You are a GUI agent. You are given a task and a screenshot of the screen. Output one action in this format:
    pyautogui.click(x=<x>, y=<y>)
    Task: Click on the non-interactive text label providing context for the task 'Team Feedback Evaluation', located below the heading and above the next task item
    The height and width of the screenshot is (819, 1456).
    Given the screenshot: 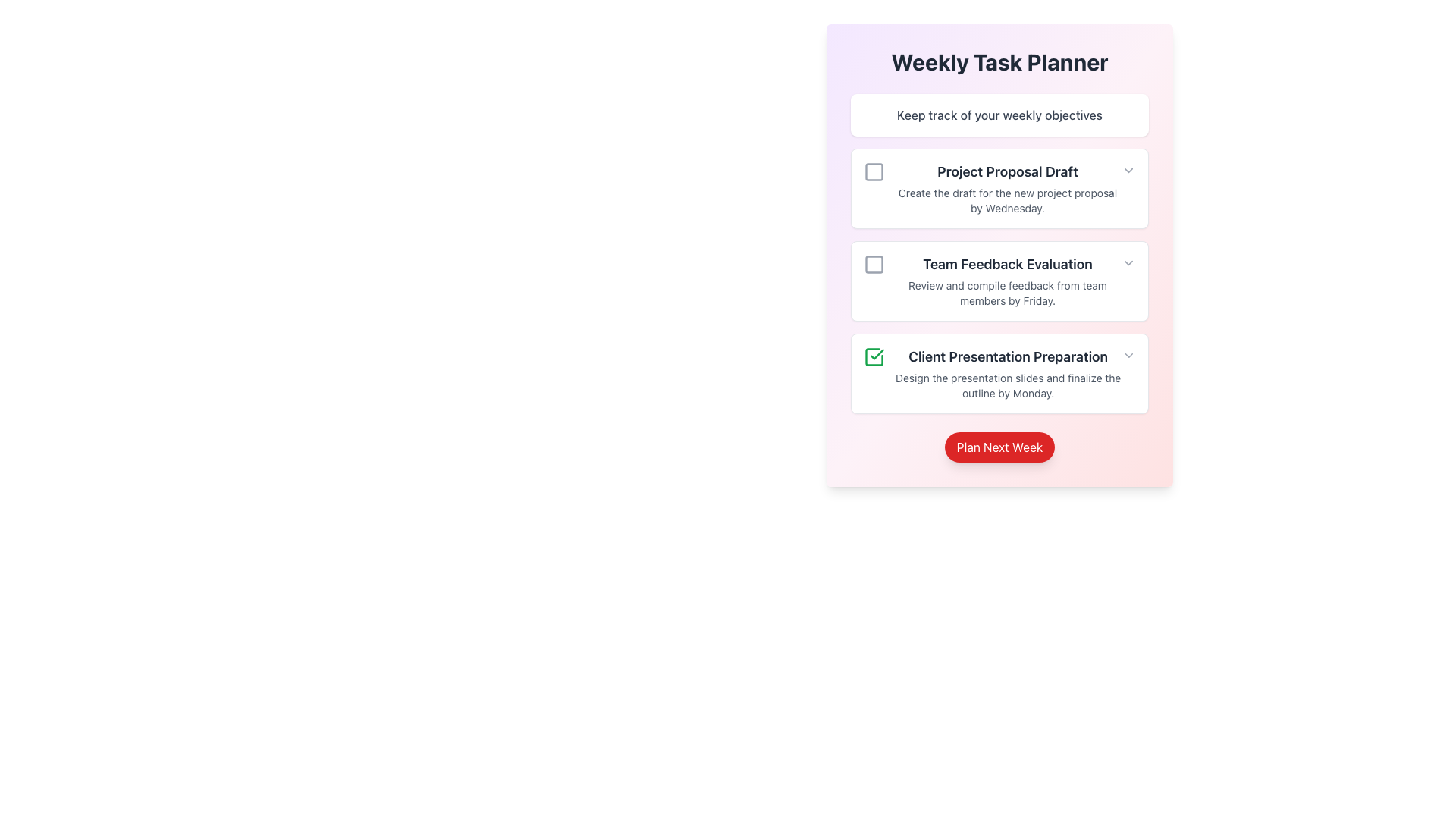 What is the action you would take?
    pyautogui.click(x=1008, y=293)
    